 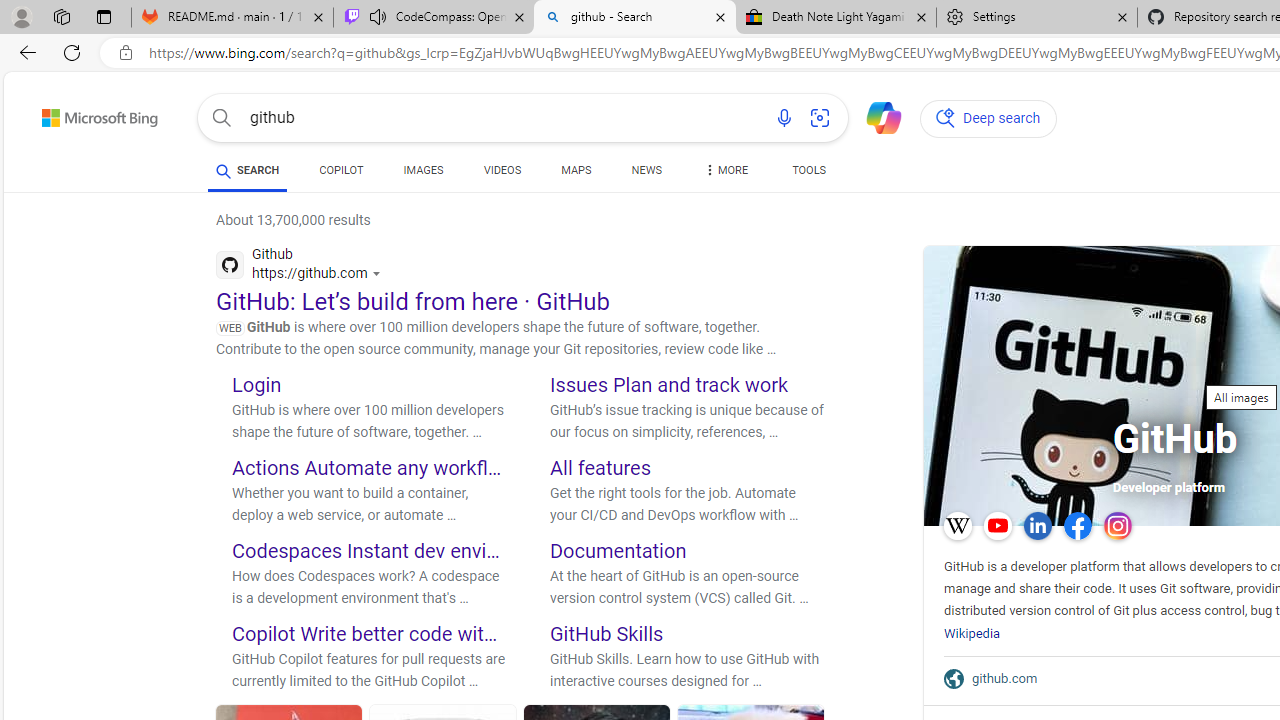 What do you see at coordinates (341, 172) in the screenshot?
I see `'COPILOT'` at bounding box center [341, 172].